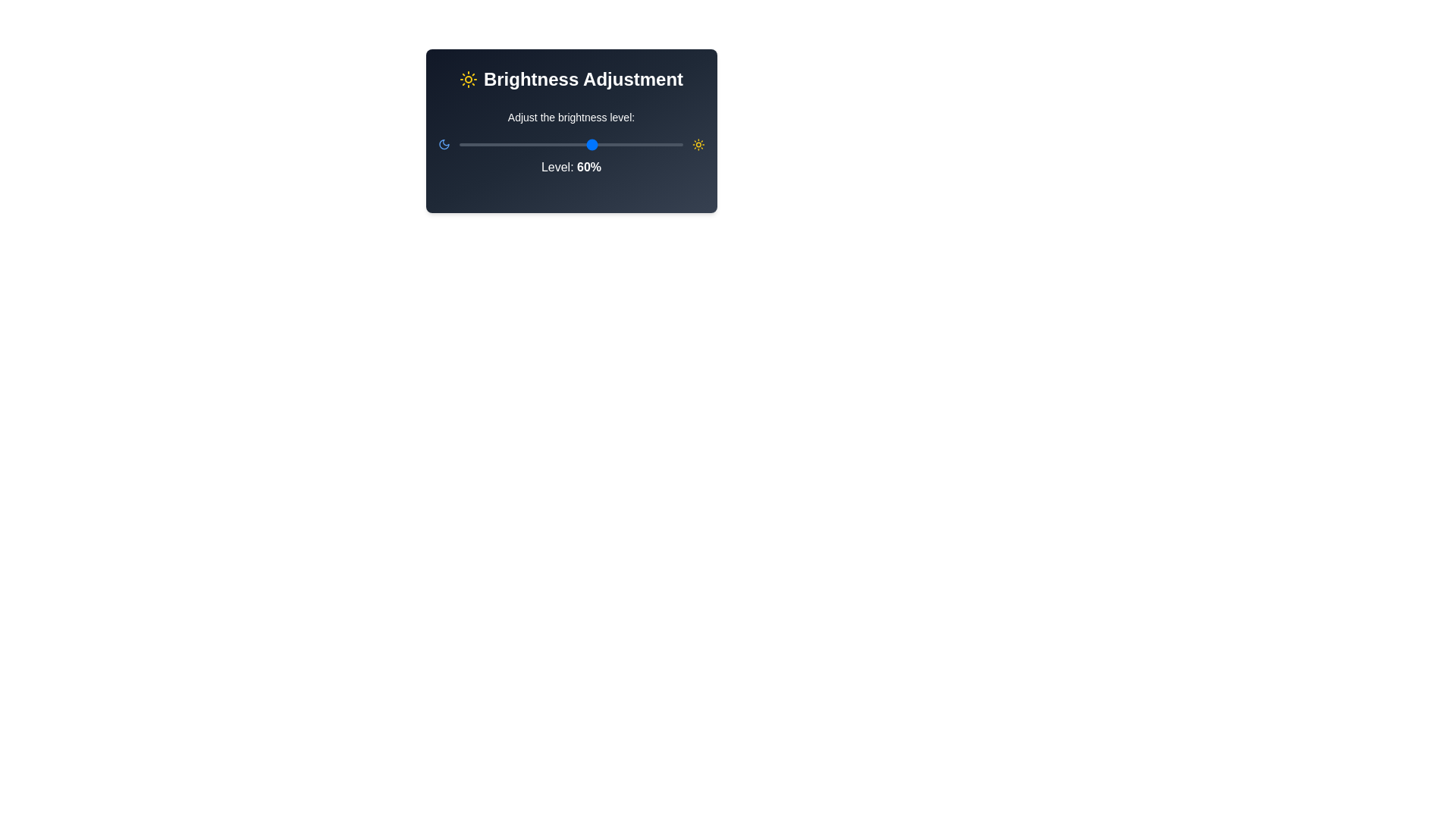 Image resolution: width=1456 pixels, height=819 pixels. What do you see at coordinates (467, 79) in the screenshot?
I see `the brightness adjustment icon located at the top-left of the text area, which visually represents brightness or sunlight` at bounding box center [467, 79].